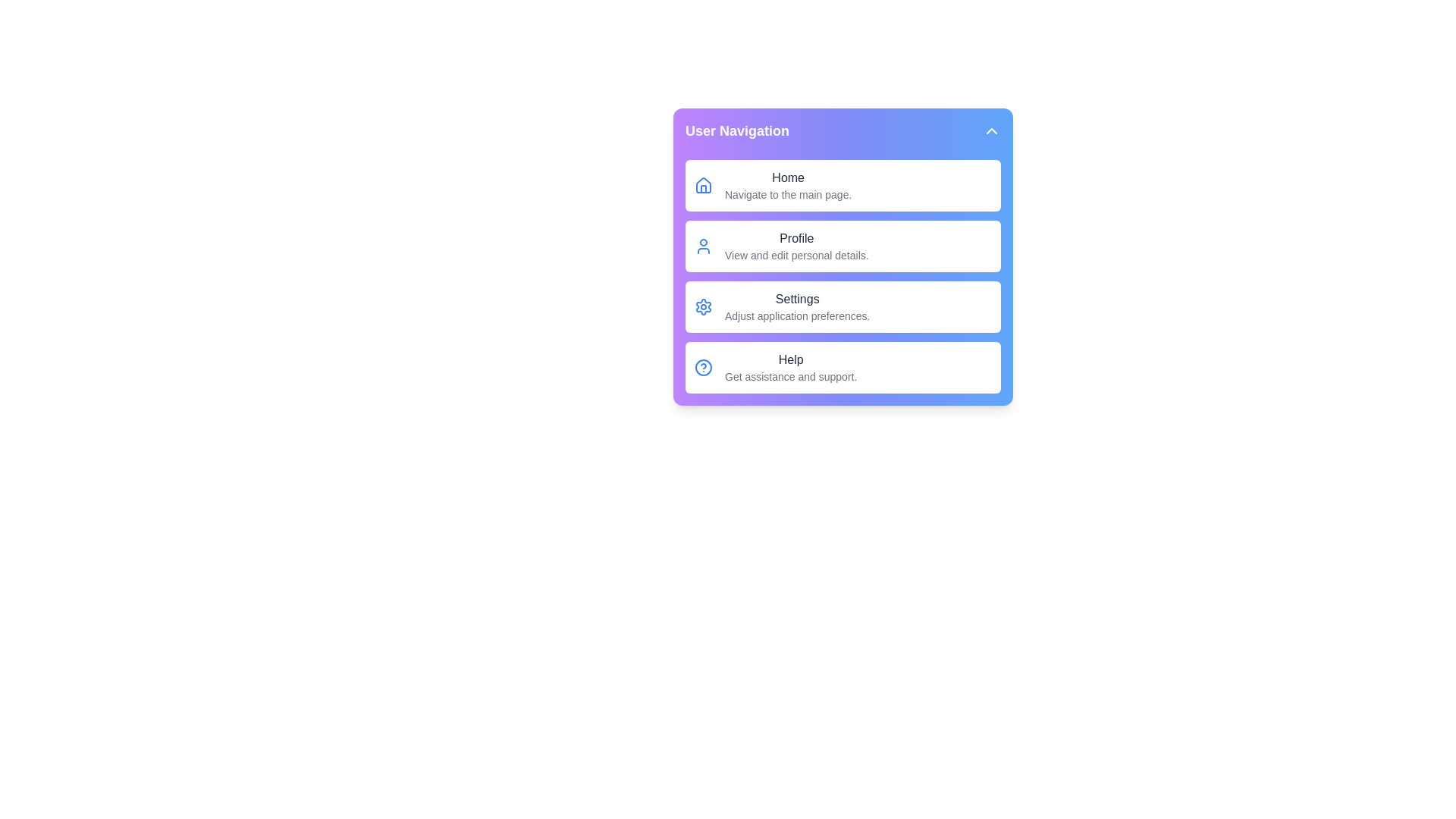 This screenshot has width=1456, height=819. What do you see at coordinates (702, 307) in the screenshot?
I see `the Settings icon in the dropdown menu` at bounding box center [702, 307].